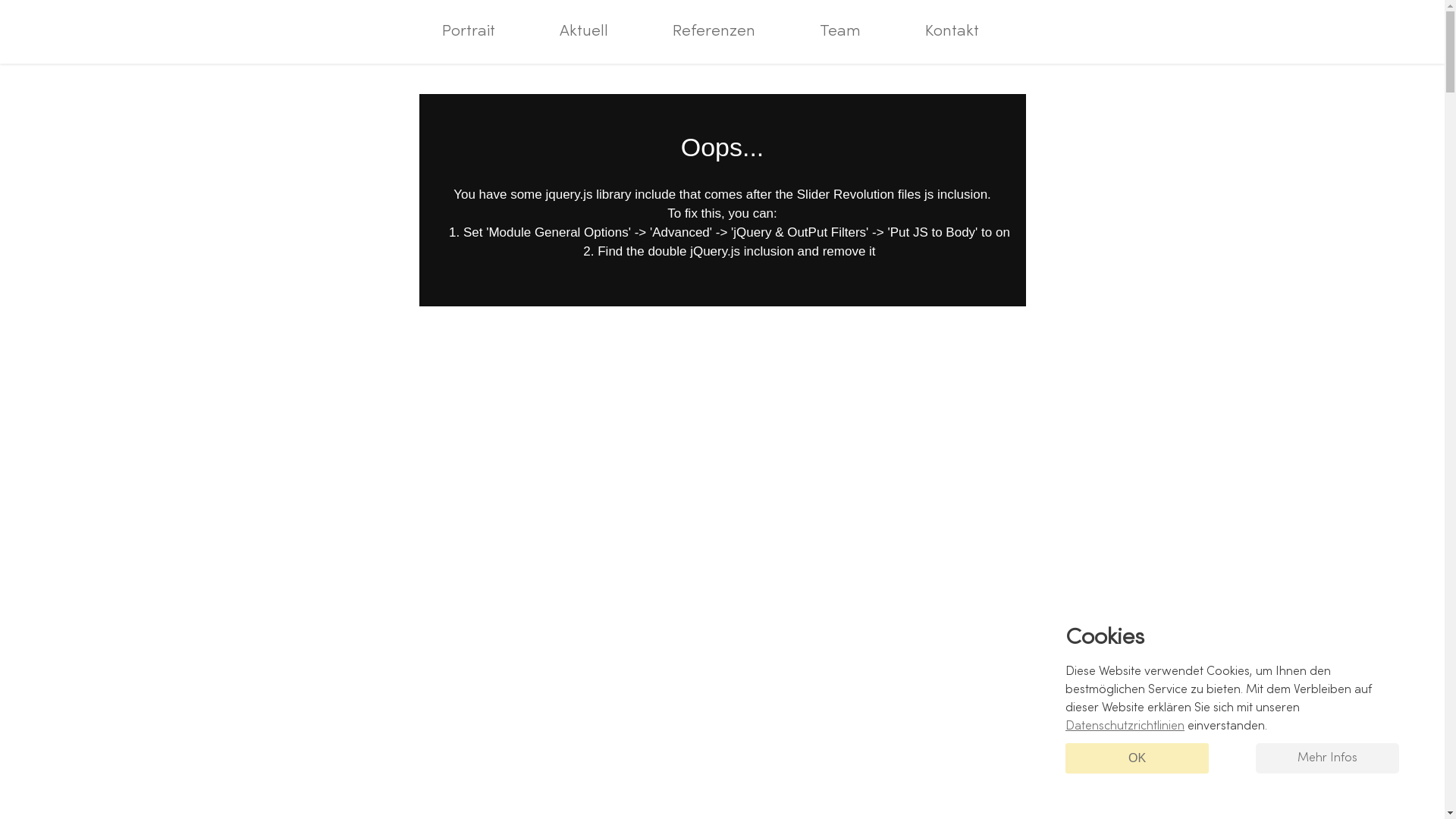 Image resolution: width=1456 pixels, height=819 pixels. I want to click on 'OK', so click(1137, 758).